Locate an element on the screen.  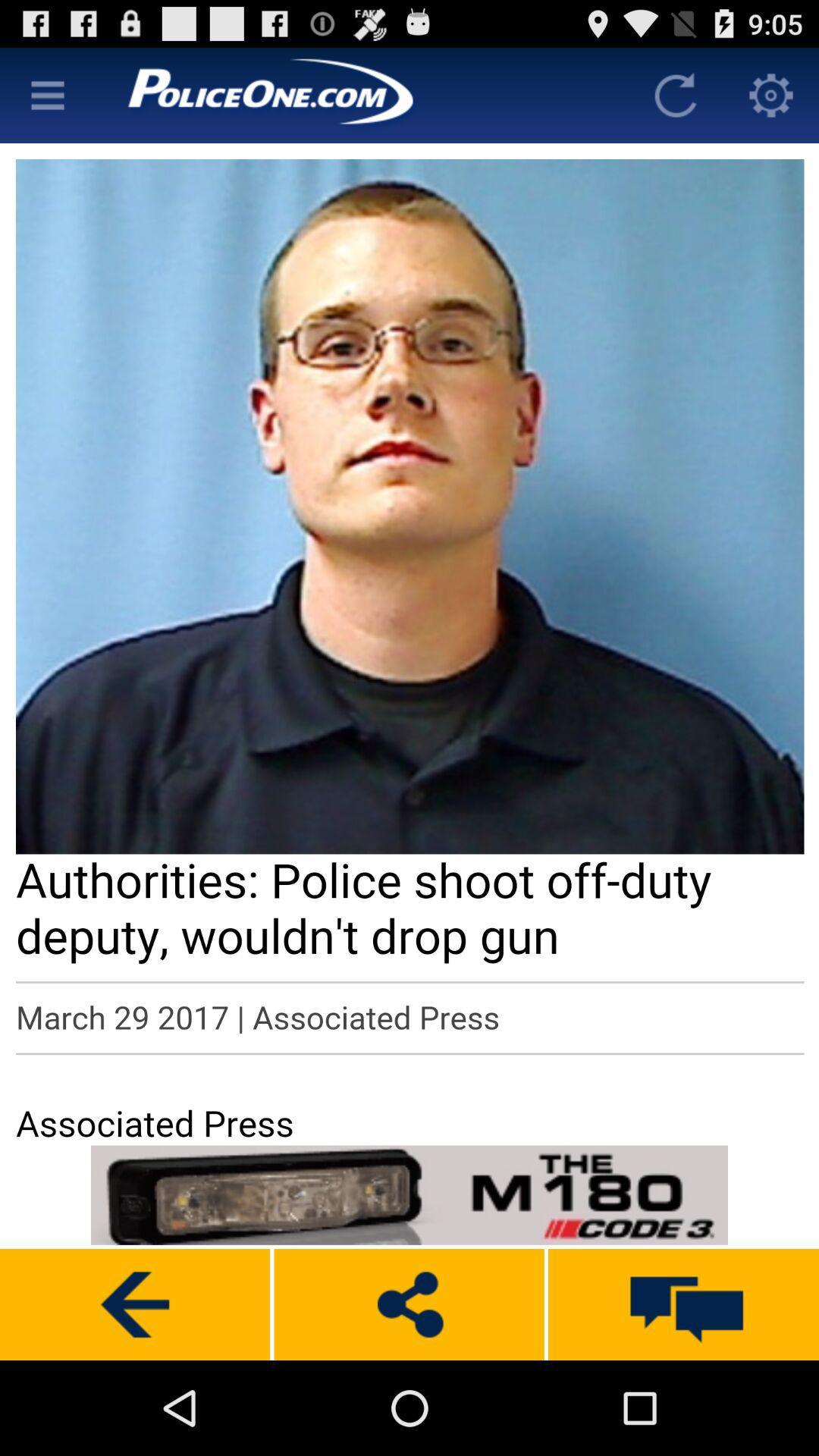
messages is located at coordinates (683, 1304).